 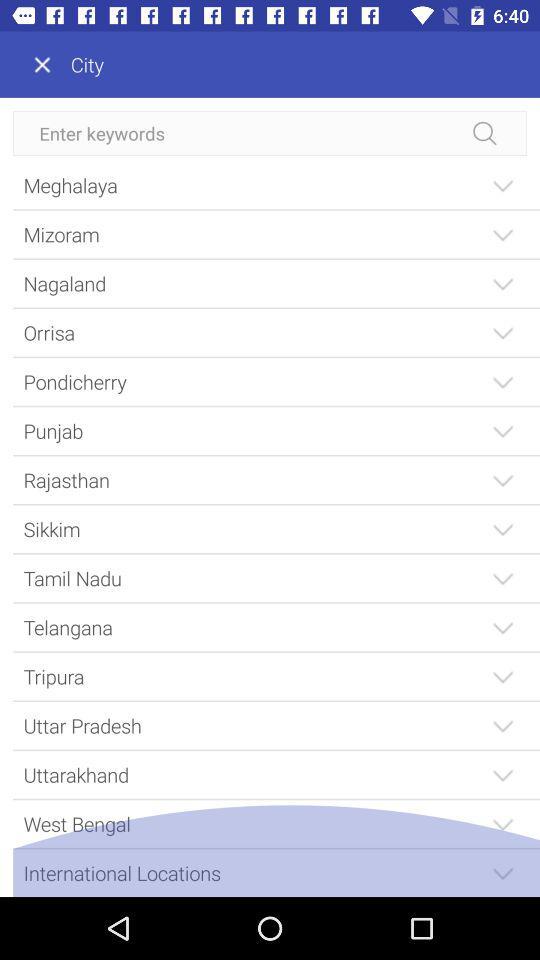 I want to click on the first drop down button, so click(x=502, y=184).